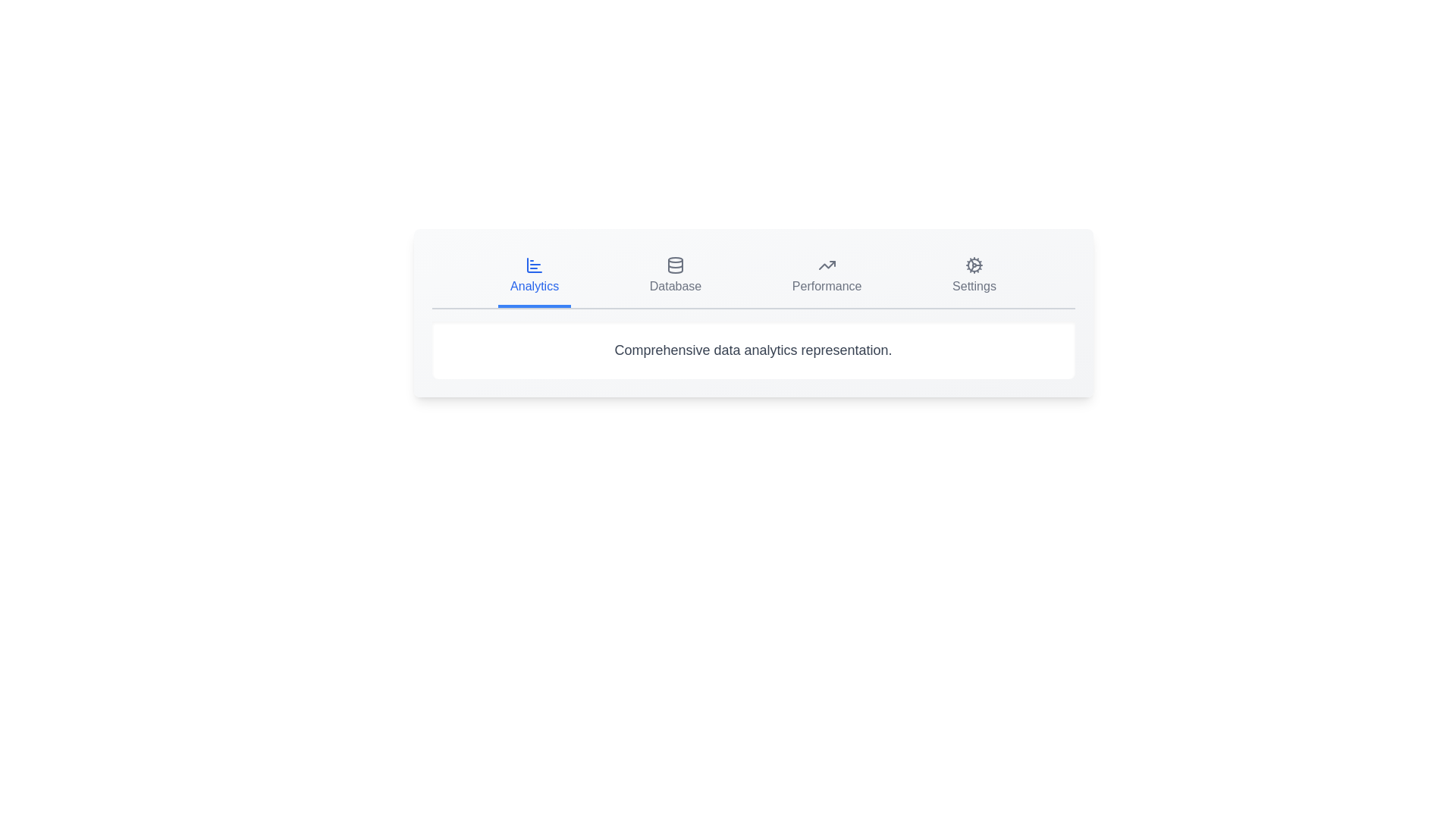  I want to click on the tab with the title Analytics by clicking on it, so click(535, 278).